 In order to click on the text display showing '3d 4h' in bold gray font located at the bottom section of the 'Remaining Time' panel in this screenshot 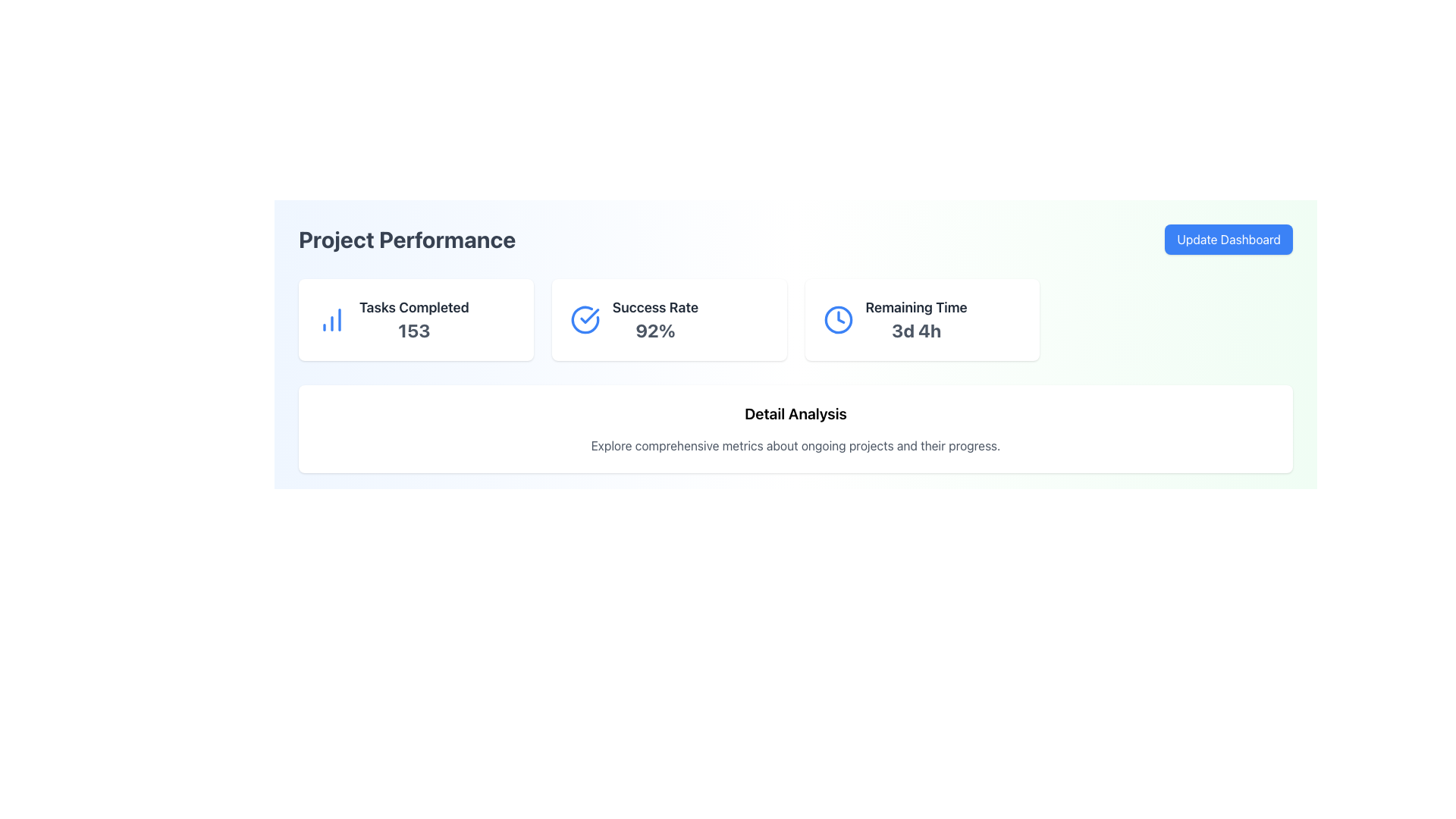, I will do `click(915, 329)`.